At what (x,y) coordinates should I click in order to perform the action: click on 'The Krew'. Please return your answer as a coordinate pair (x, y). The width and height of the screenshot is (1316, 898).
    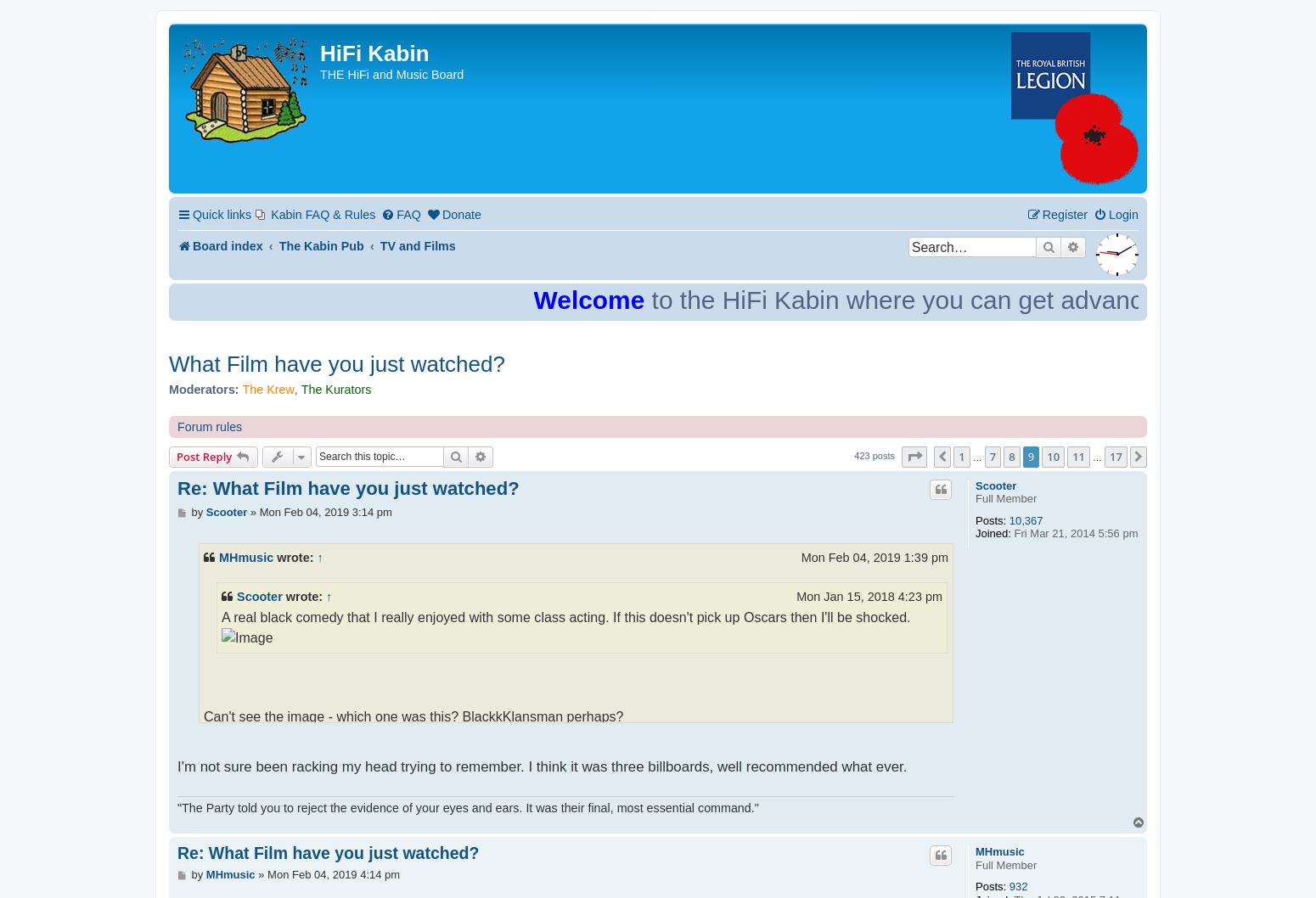
    Looking at the image, I should click on (267, 388).